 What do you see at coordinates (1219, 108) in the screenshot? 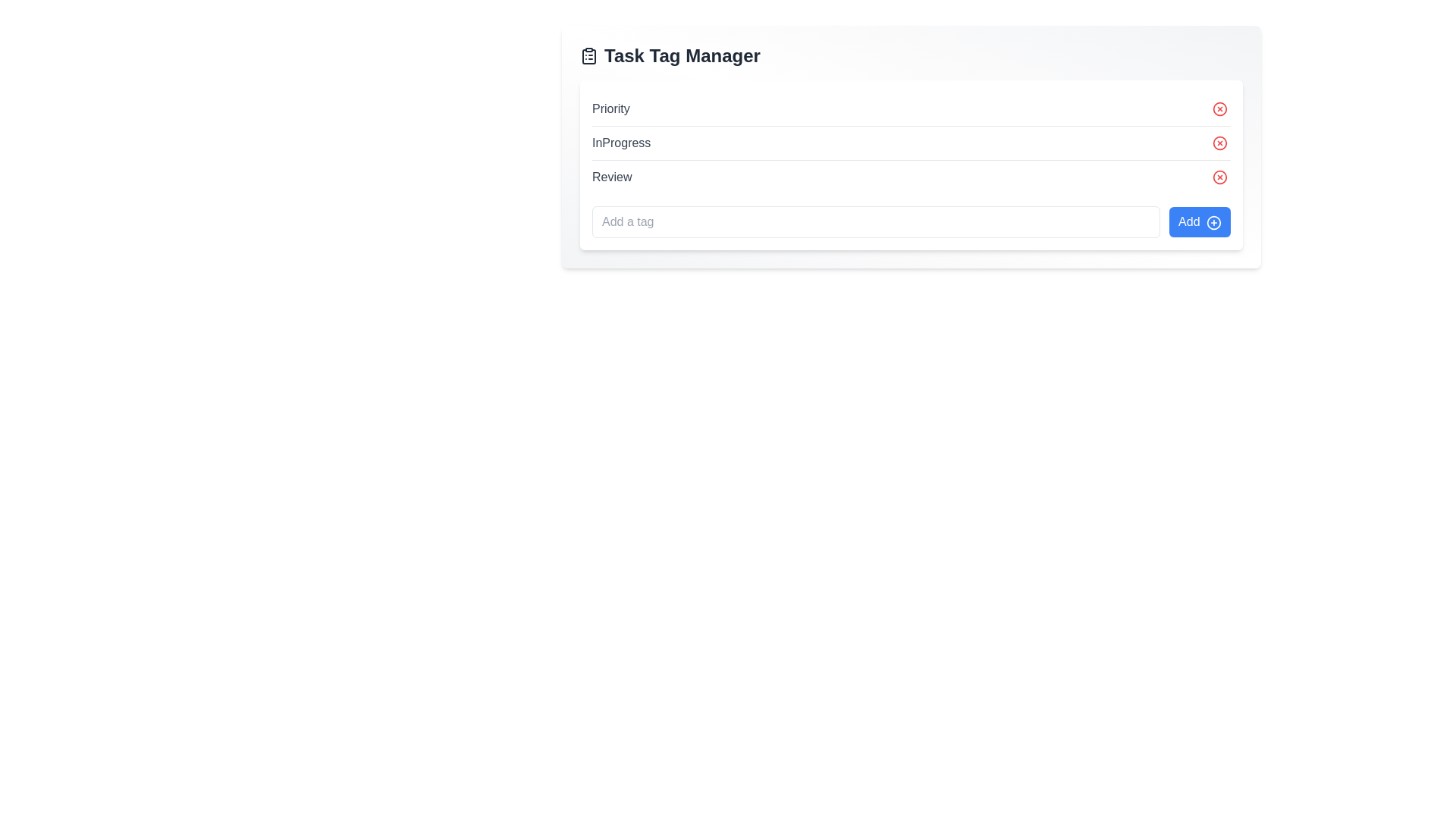
I see `the delete button for the 'Priority' tag entry in the 'Task Tag Manager' interface` at bounding box center [1219, 108].